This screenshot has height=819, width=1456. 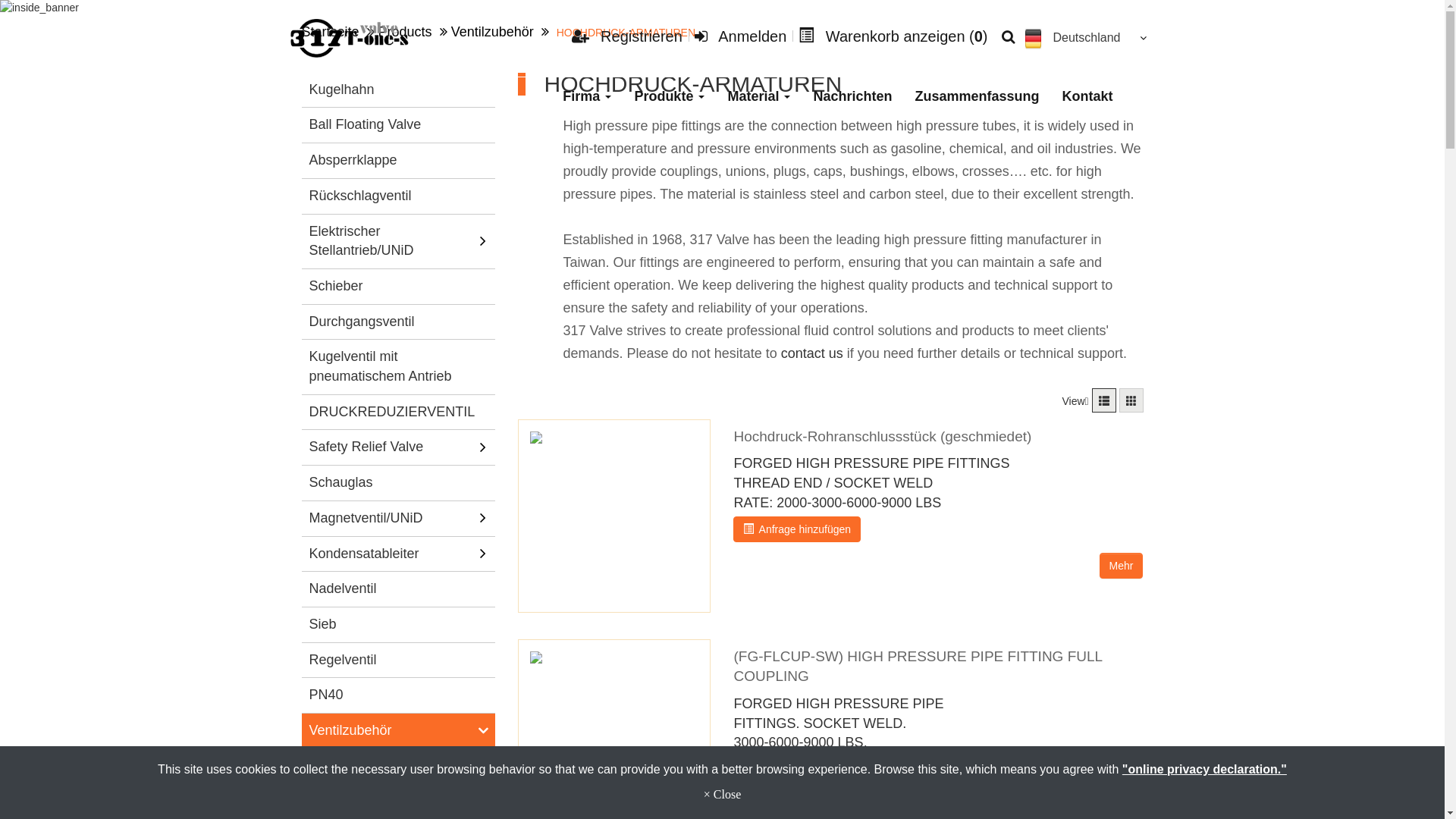 What do you see at coordinates (626, 34) in the screenshot?
I see `'Registrieren'` at bounding box center [626, 34].